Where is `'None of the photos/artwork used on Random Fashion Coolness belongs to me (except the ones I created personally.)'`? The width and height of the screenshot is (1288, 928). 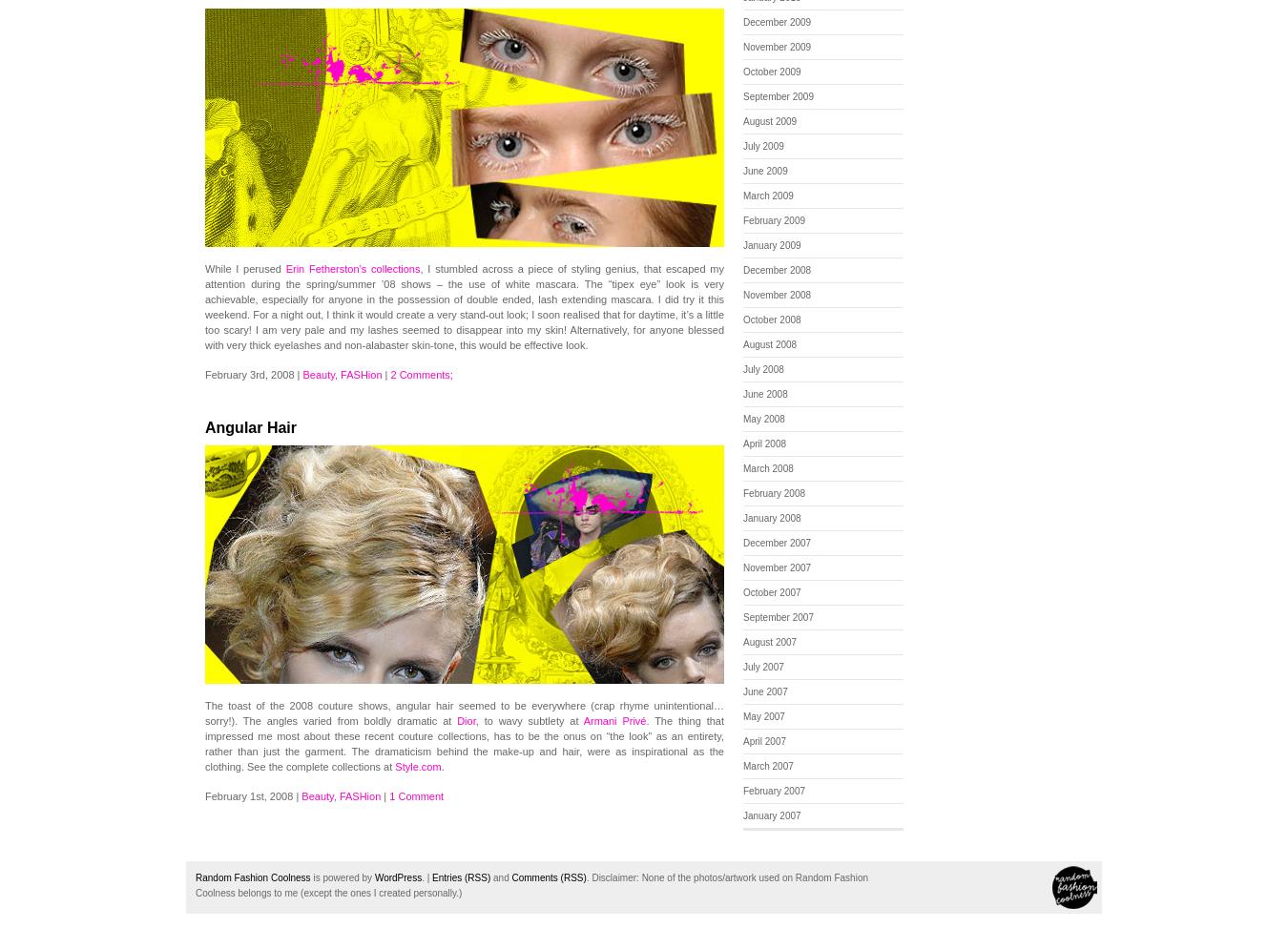
'None of the photos/artwork used on Random Fashion Coolness belongs to me (except the ones I created personally.)' is located at coordinates (196, 884).